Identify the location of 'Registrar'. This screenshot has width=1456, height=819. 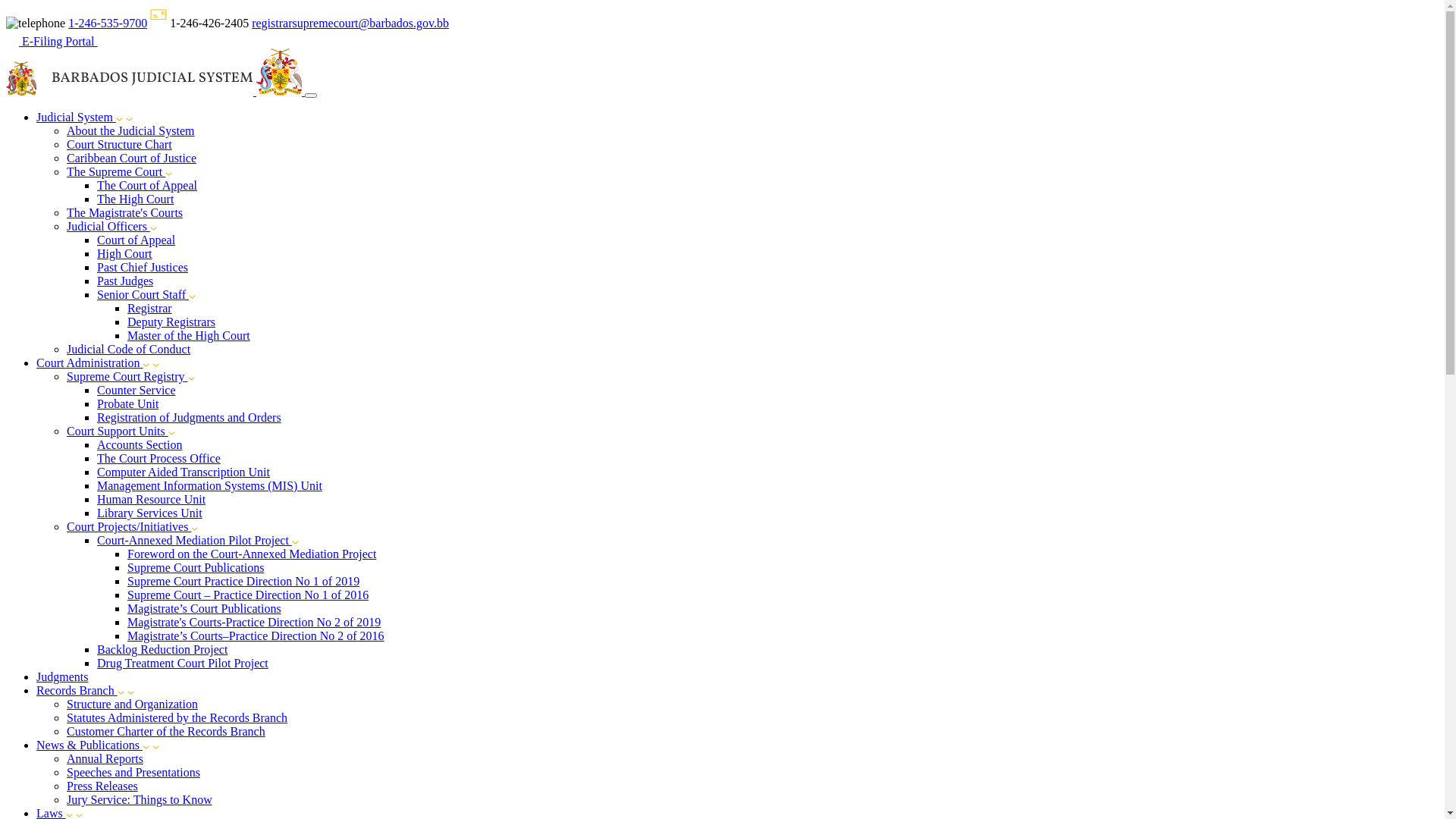
(127, 307).